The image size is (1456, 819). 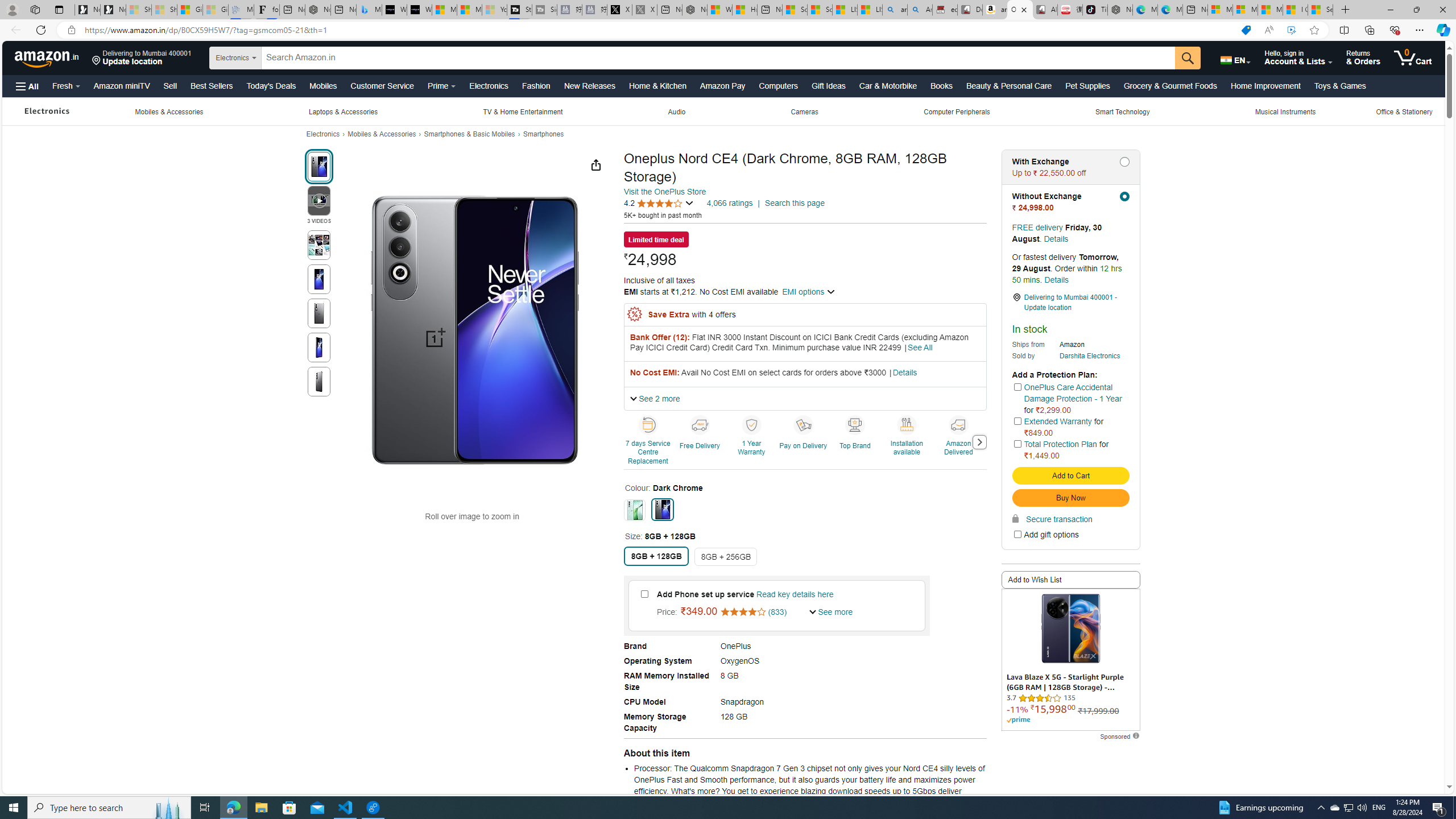 What do you see at coordinates (661, 509) in the screenshot?
I see `'Dark Chrome'` at bounding box center [661, 509].